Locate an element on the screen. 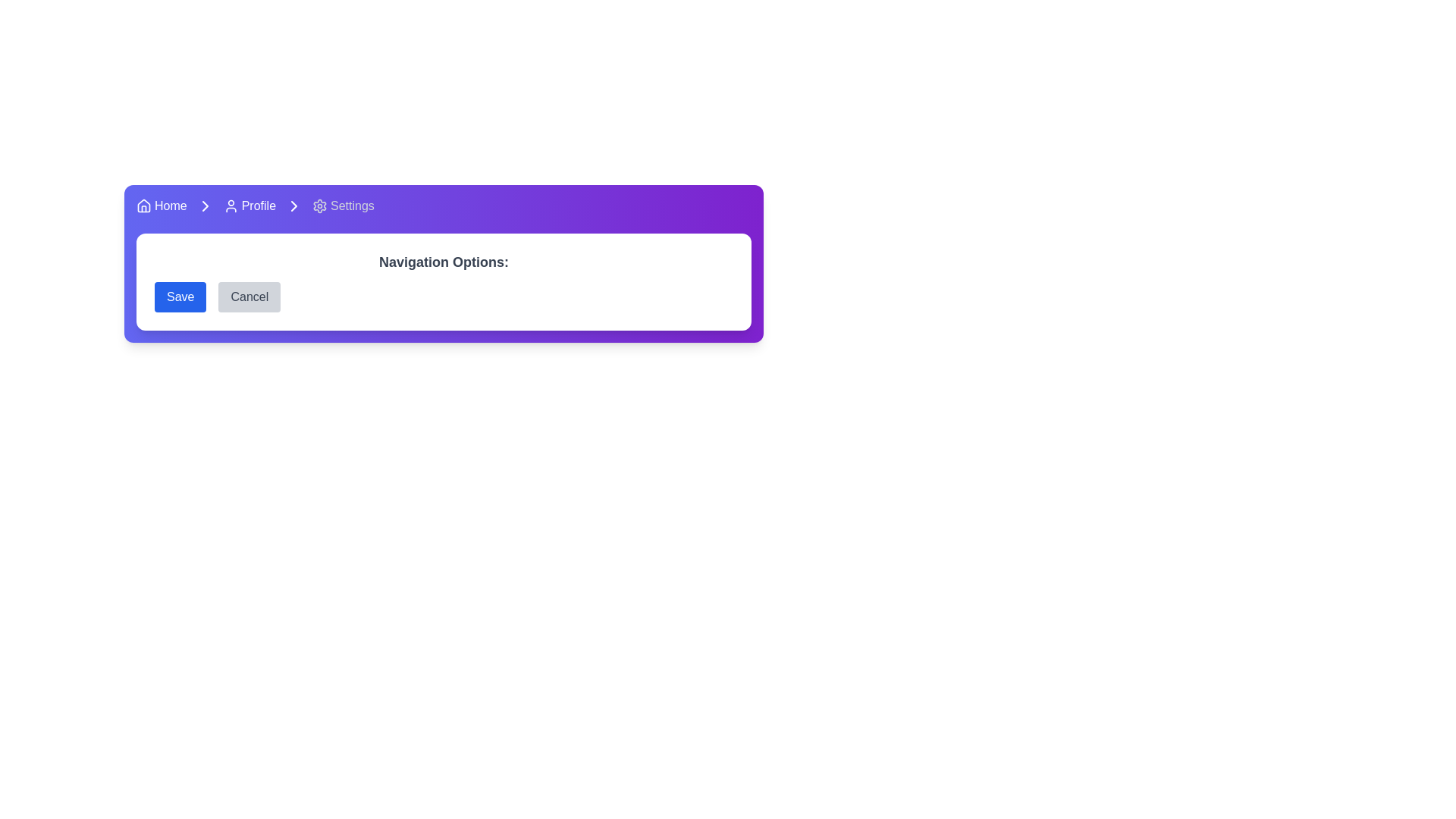 Image resolution: width=1456 pixels, height=819 pixels. navigational icon located between the 'Profile' and 'Settings' sections in the horizontal navigation bar is located at coordinates (294, 206).